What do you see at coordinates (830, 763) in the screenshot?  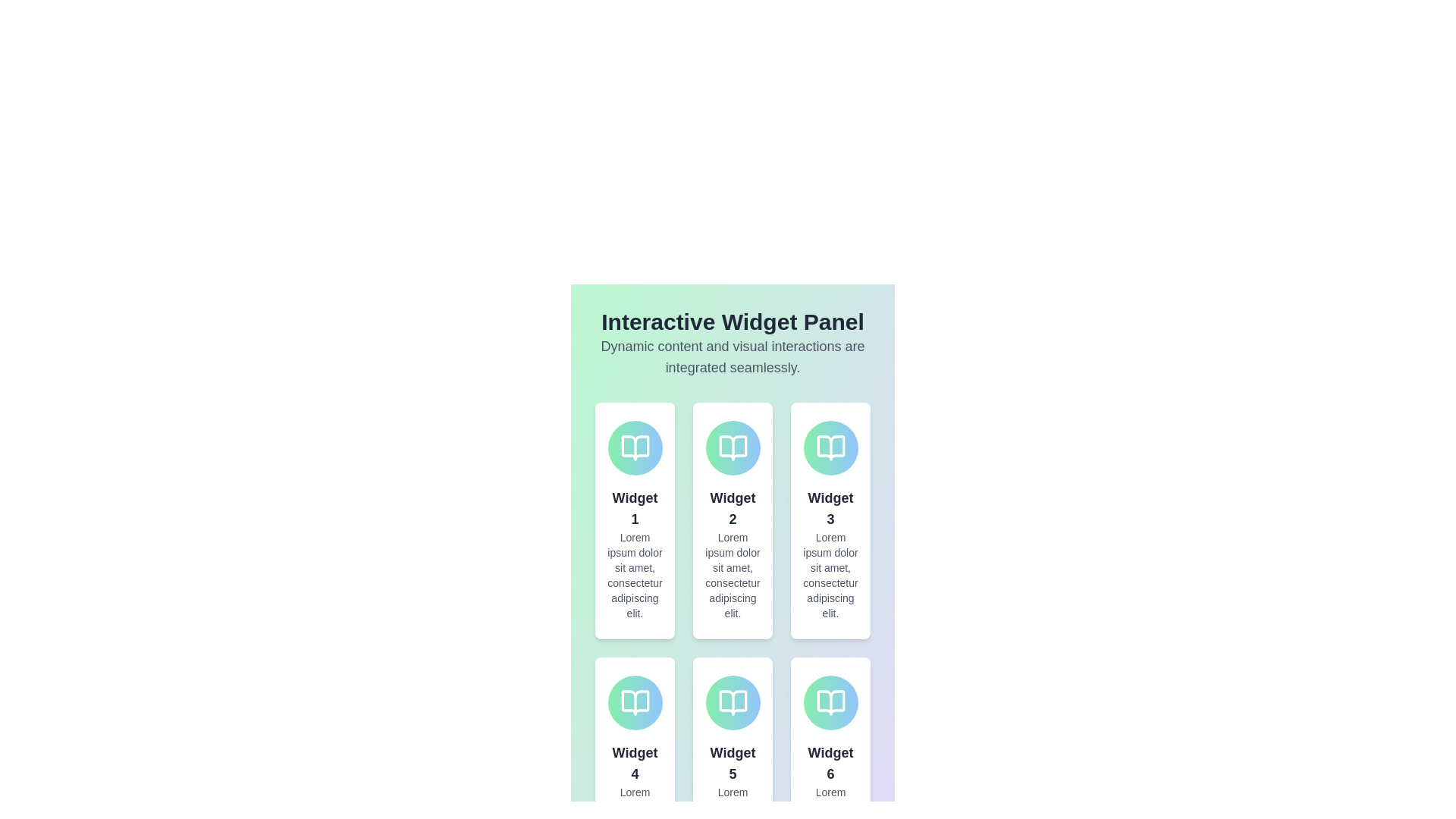 I see `the text label displaying 'Widget 6' which is bold and gray, located in the lower section of the sixth card in the second row, last column of the layout` at bounding box center [830, 763].